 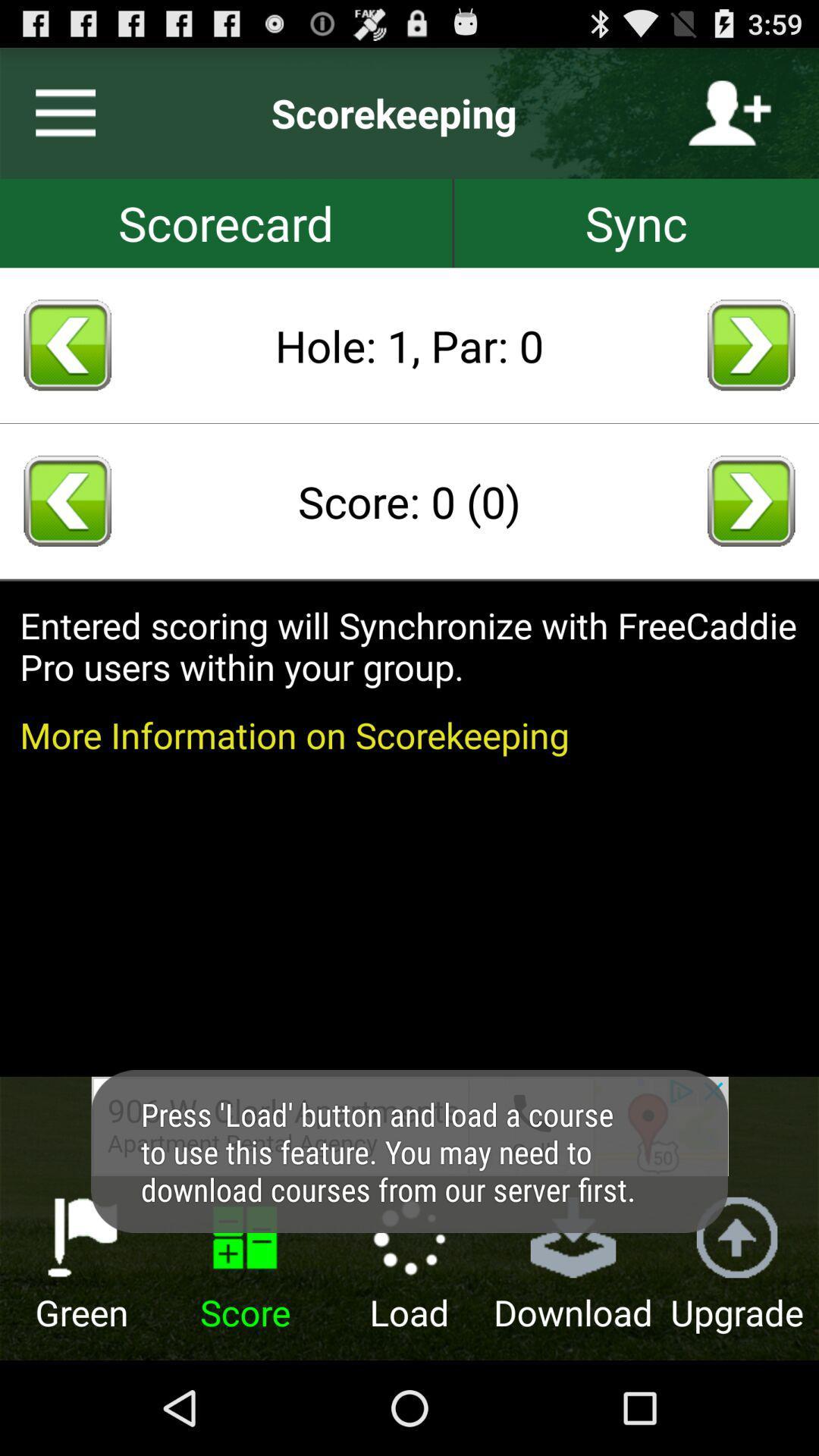 I want to click on the arrow_forward icon, so click(x=751, y=369).